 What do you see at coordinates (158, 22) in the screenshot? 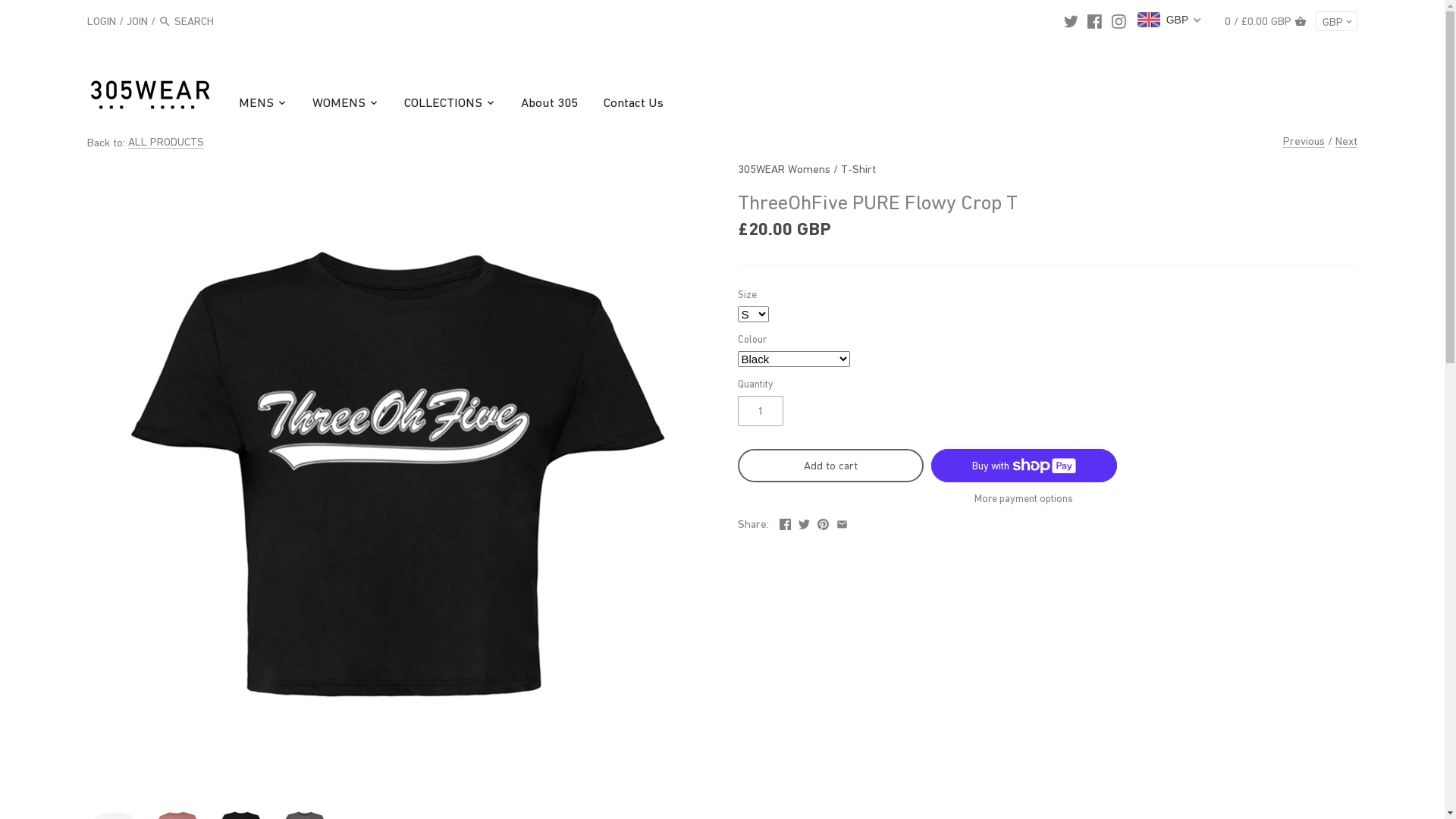
I see `'Search'` at bounding box center [158, 22].